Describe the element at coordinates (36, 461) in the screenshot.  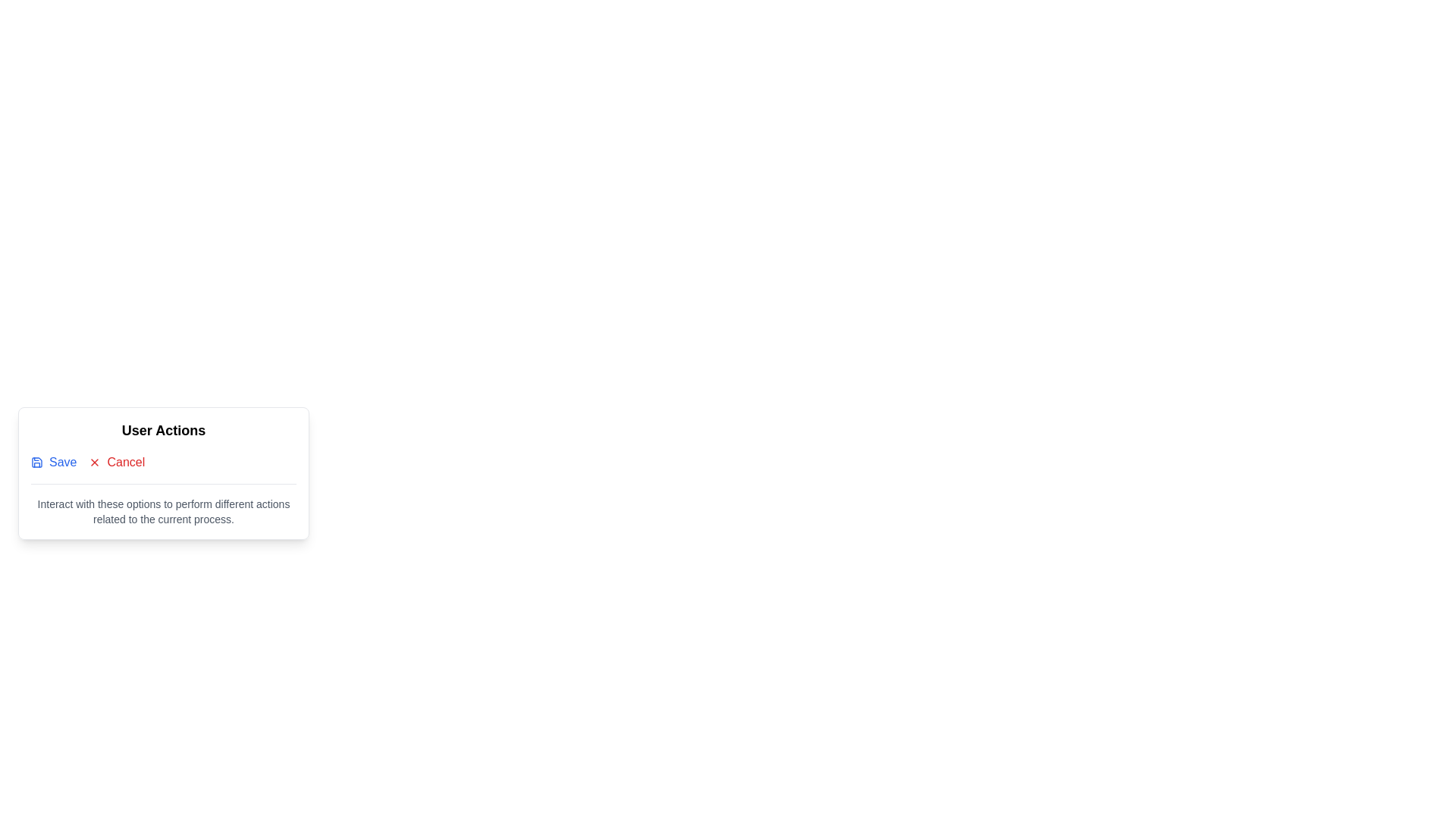
I see `the save disk icon located to the left of the 'Save' button in the 'User Actions' section` at that location.